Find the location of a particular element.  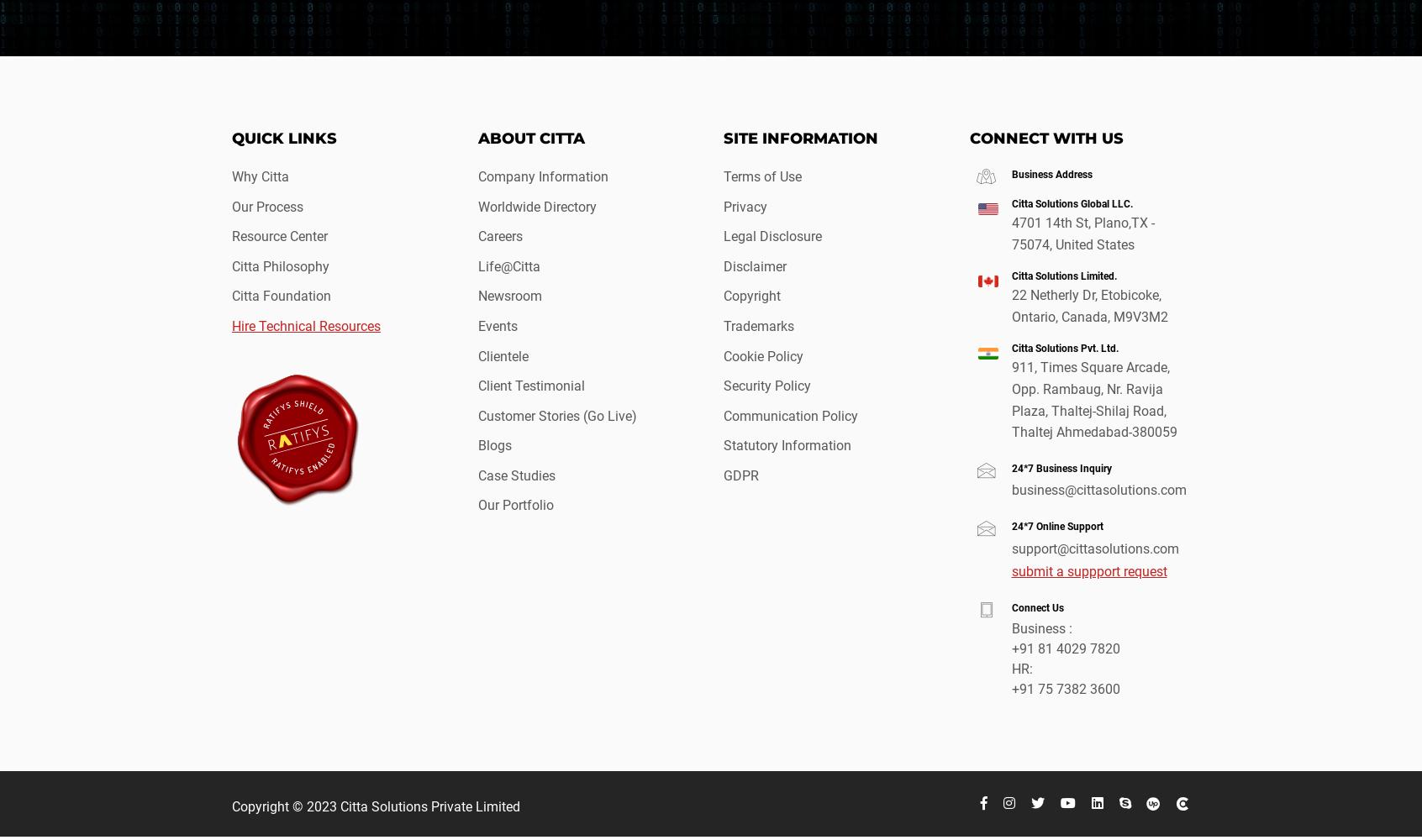

'Privacy' is located at coordinates (744, 205).